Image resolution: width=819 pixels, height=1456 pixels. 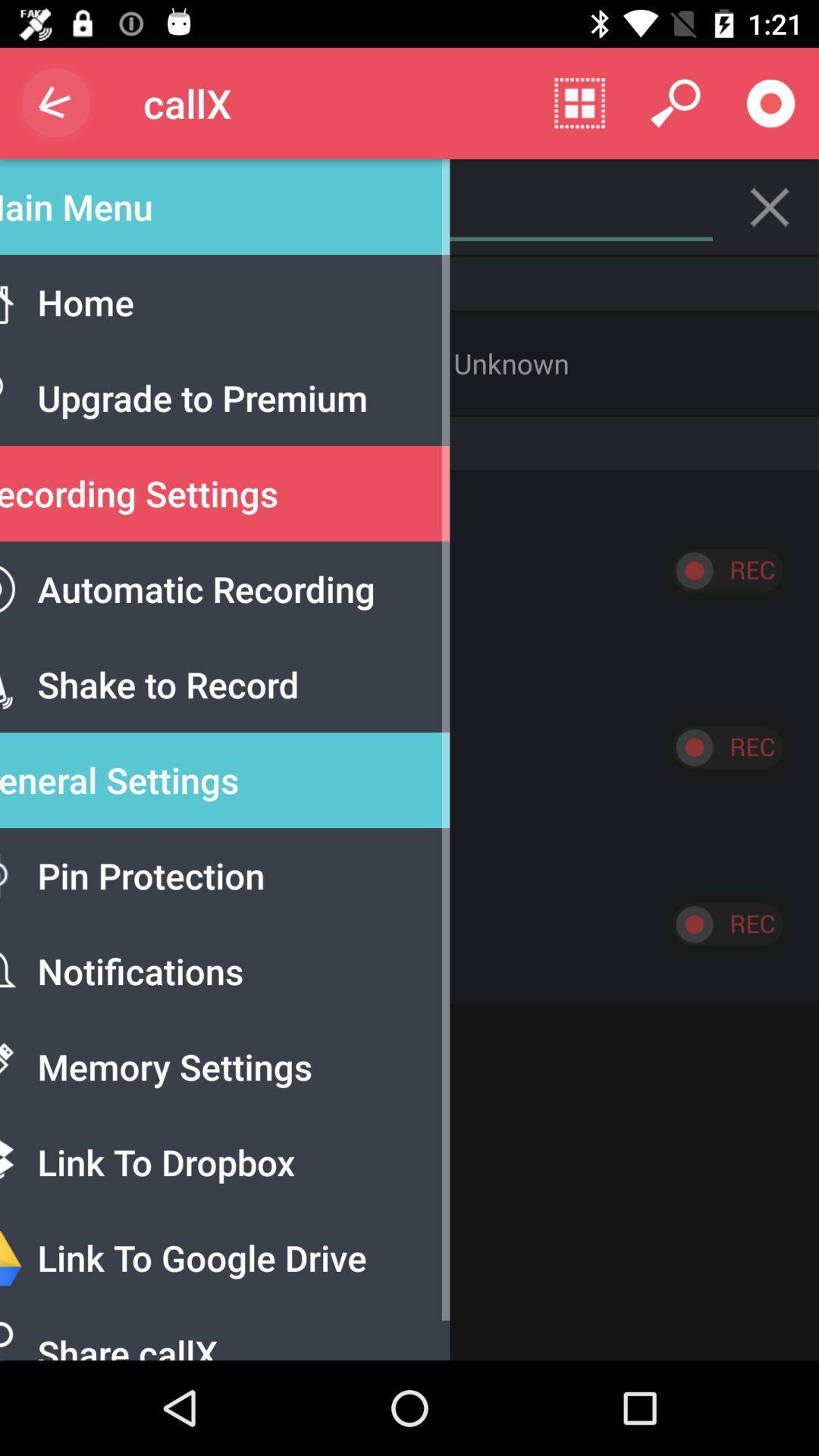 I want to click on the close icon, so click(x=770, y=206).